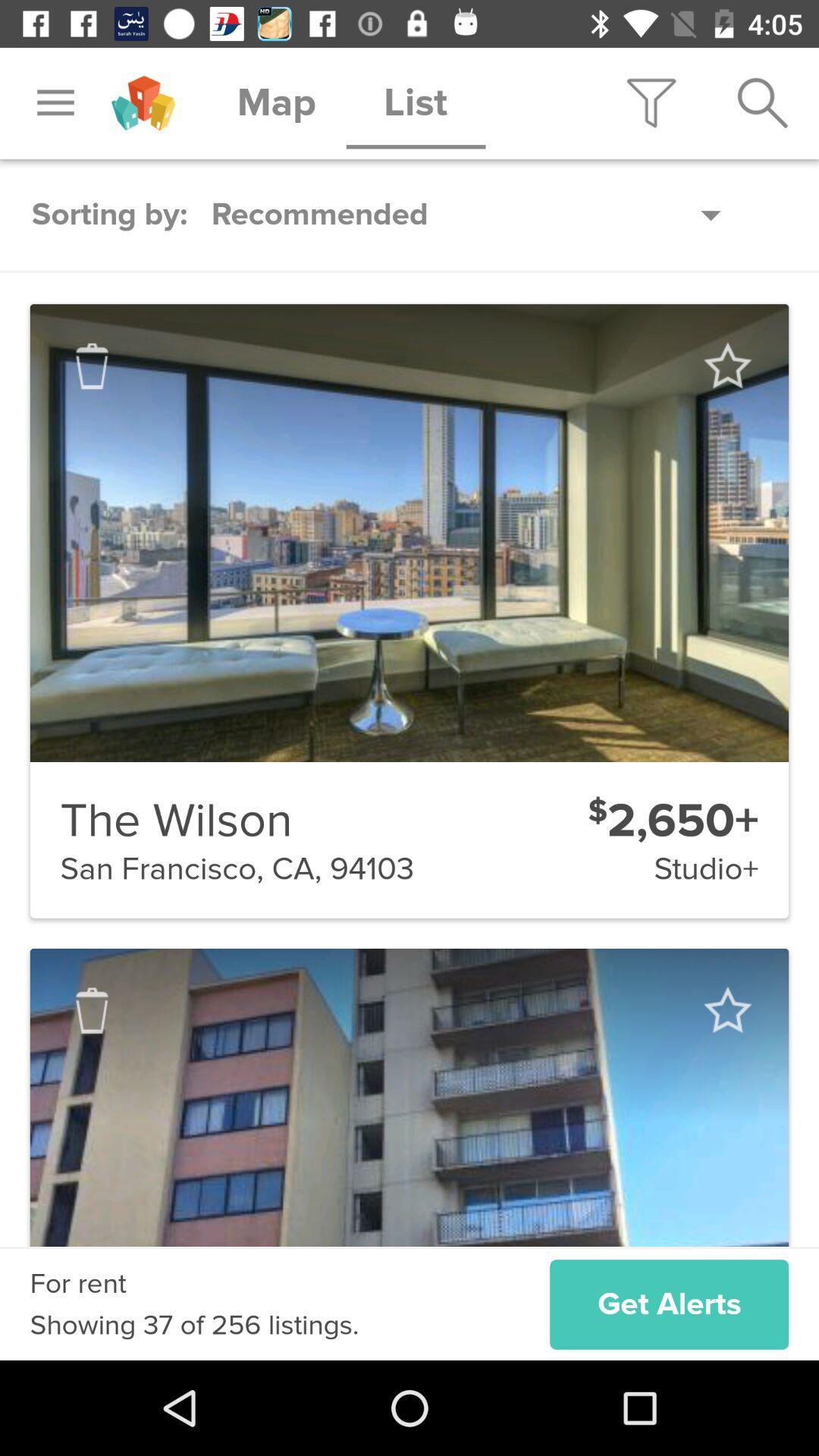 The height and width of the screenshot is (1456, 819). What do you see at coordinates (92, 1010) in the screenshot?
I see `delete item` at bounding box center [92, 1010].